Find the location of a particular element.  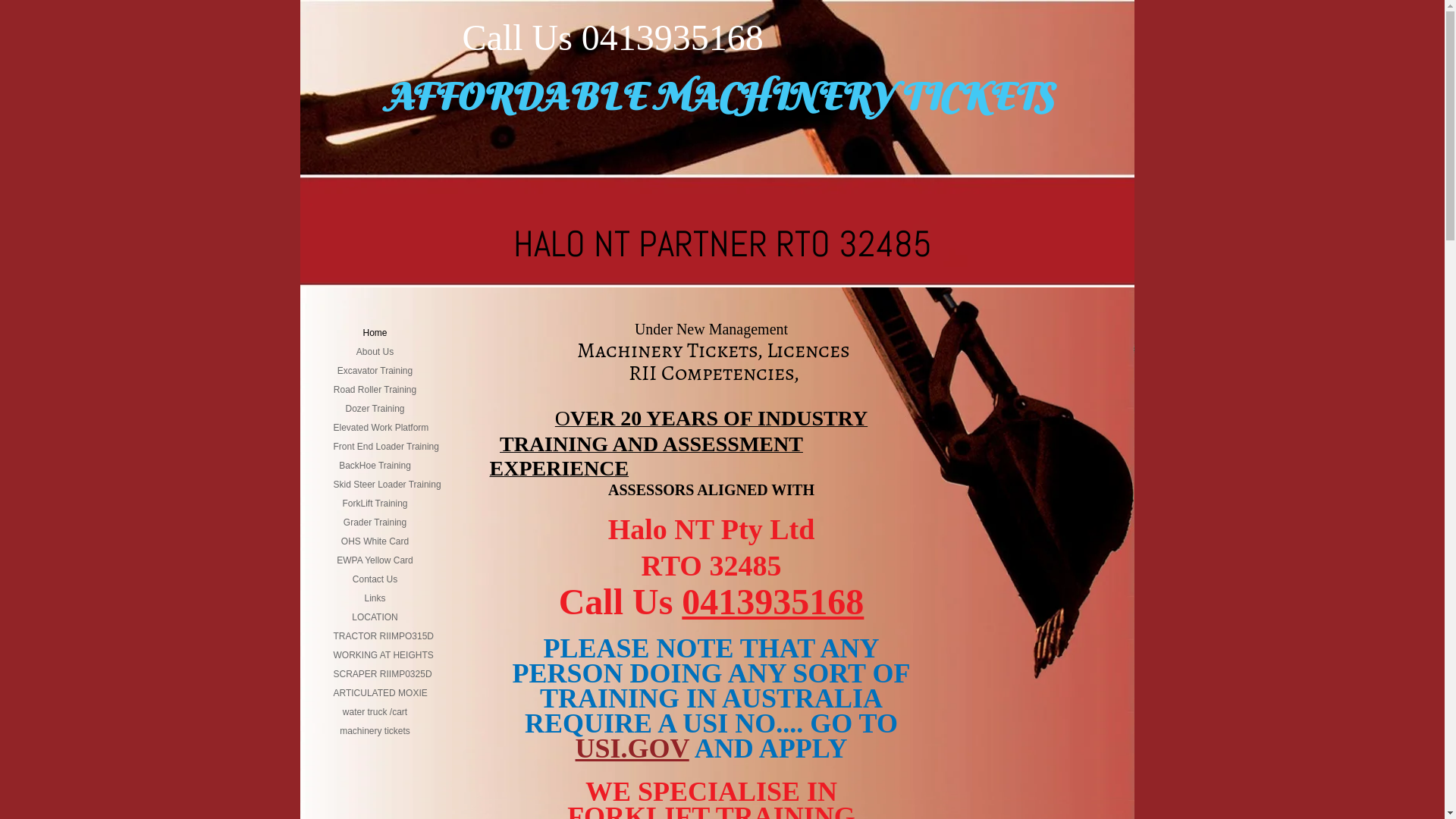

'Excavator Training' is located at coordinates (375, 371).